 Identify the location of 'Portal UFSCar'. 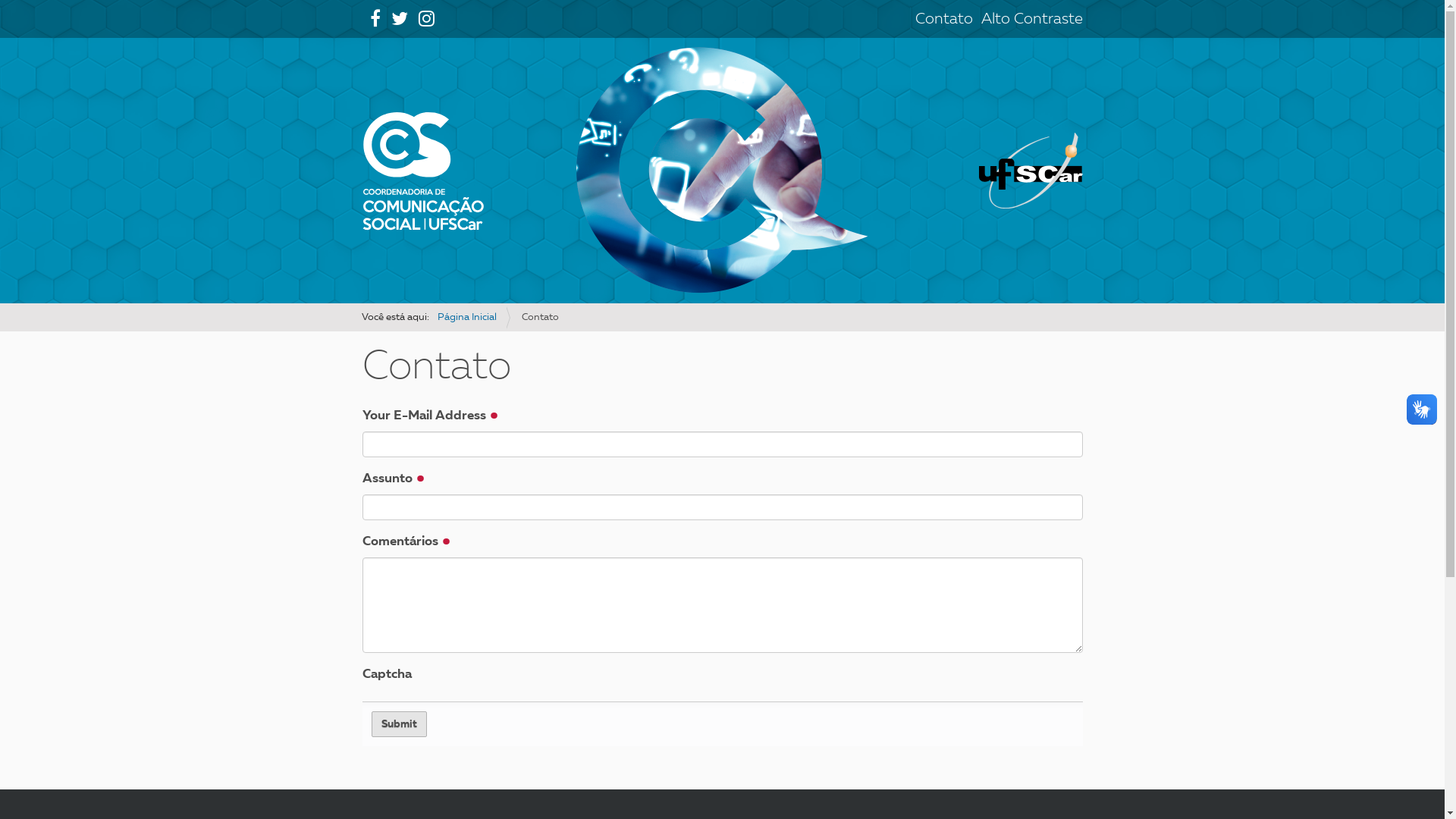
(979, 170).